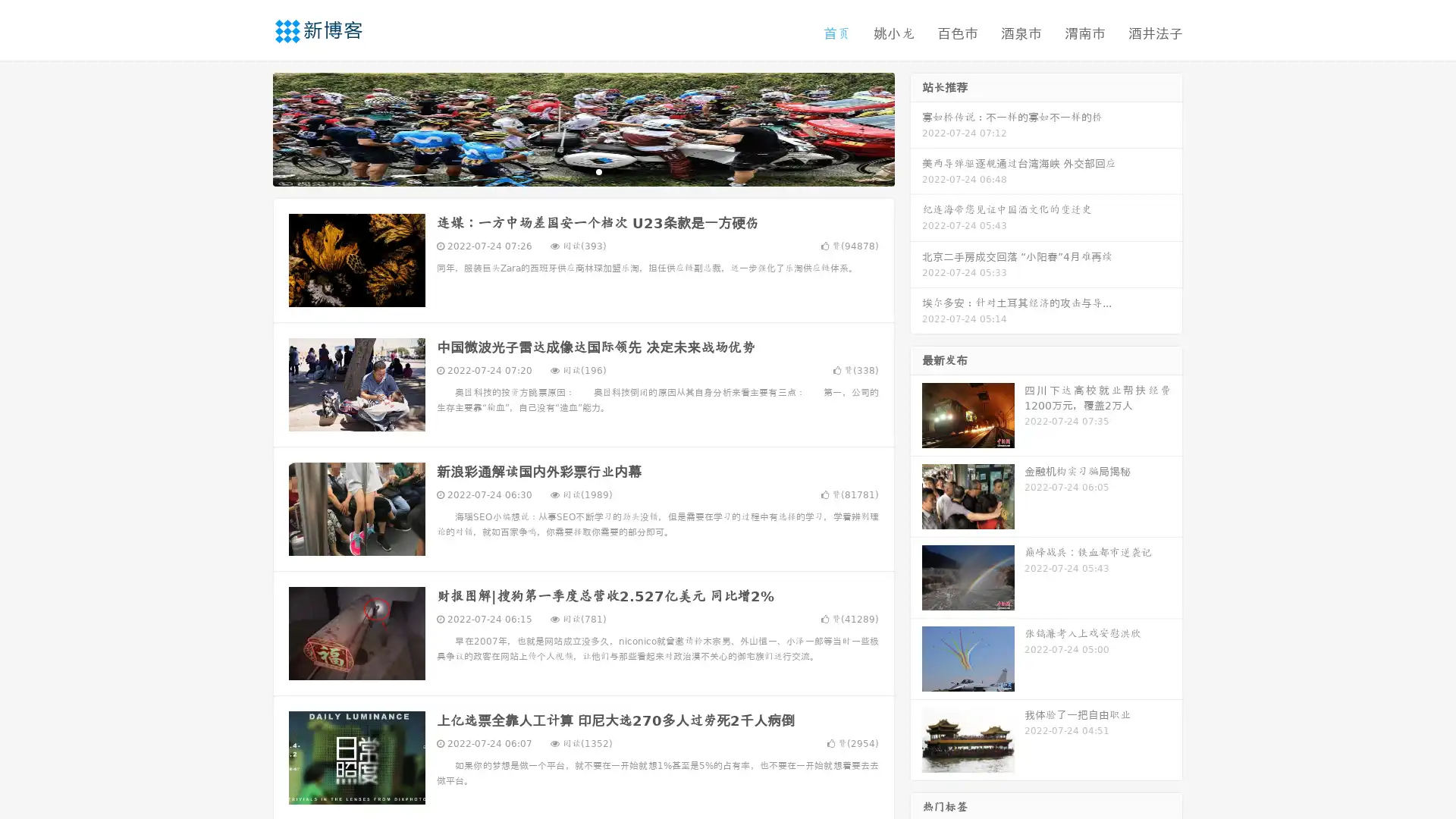 This screenshot has width=1456, height=819. What do you see at coordinates (916, 127) in the screenshot?
I see `Next slide` at bounding box center [916, 127].